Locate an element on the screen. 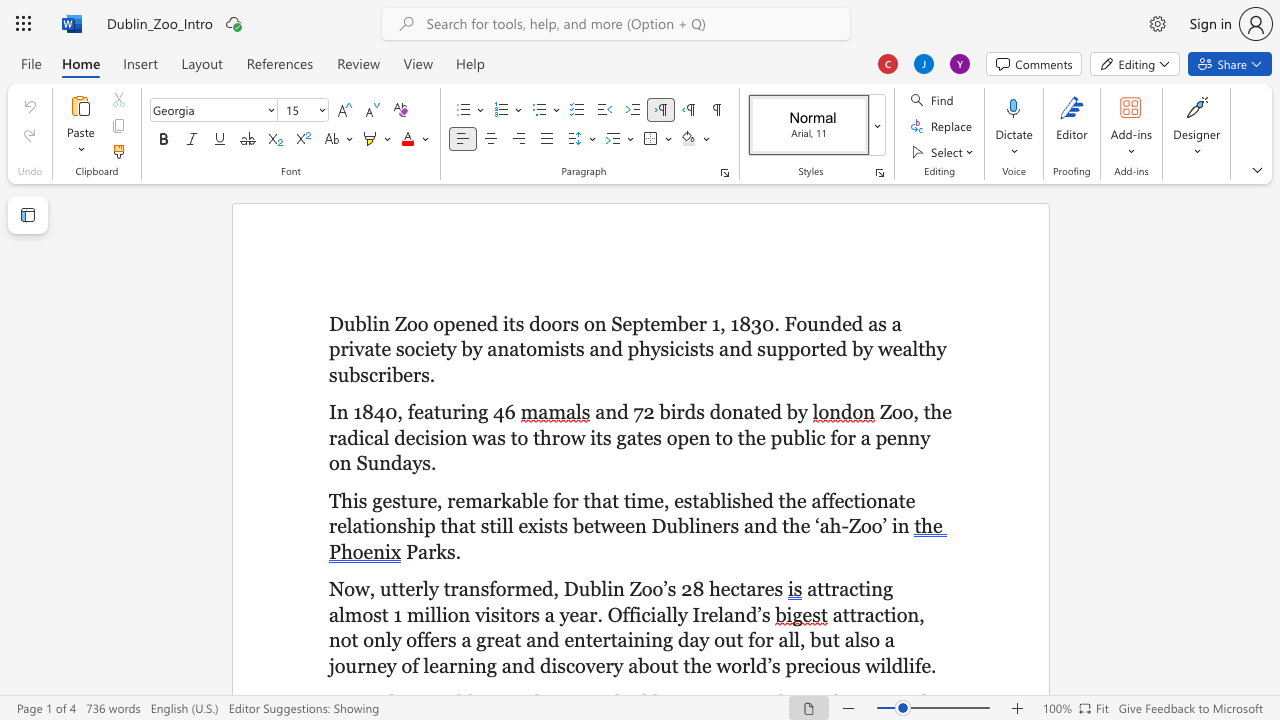 The image size is (1280, 720). the 2th character "h" in the text is located at coordinates (411, 525).